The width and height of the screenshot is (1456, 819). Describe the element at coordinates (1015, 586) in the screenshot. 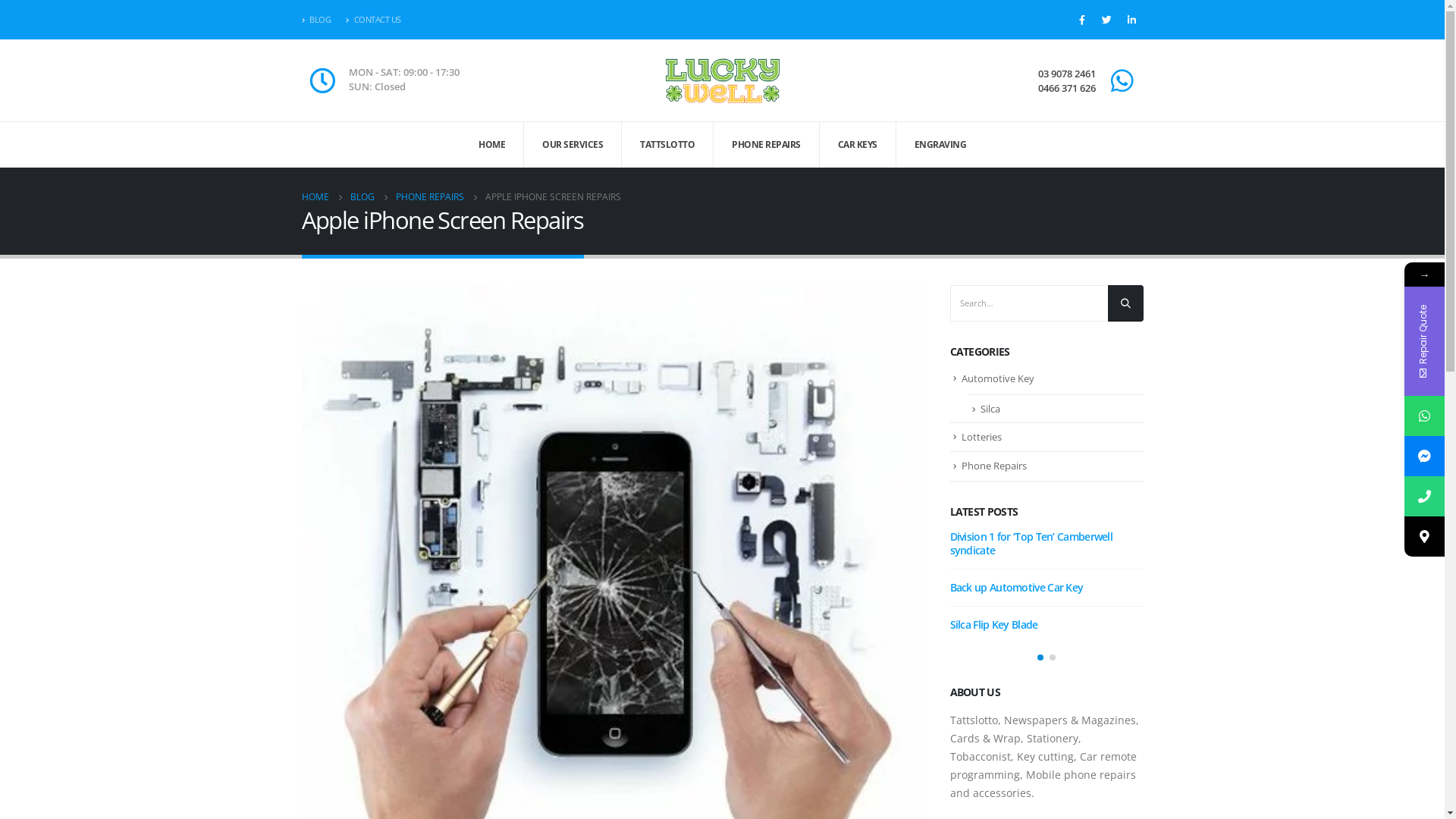

I see `'Back up Automotive Car Key'` at that location.